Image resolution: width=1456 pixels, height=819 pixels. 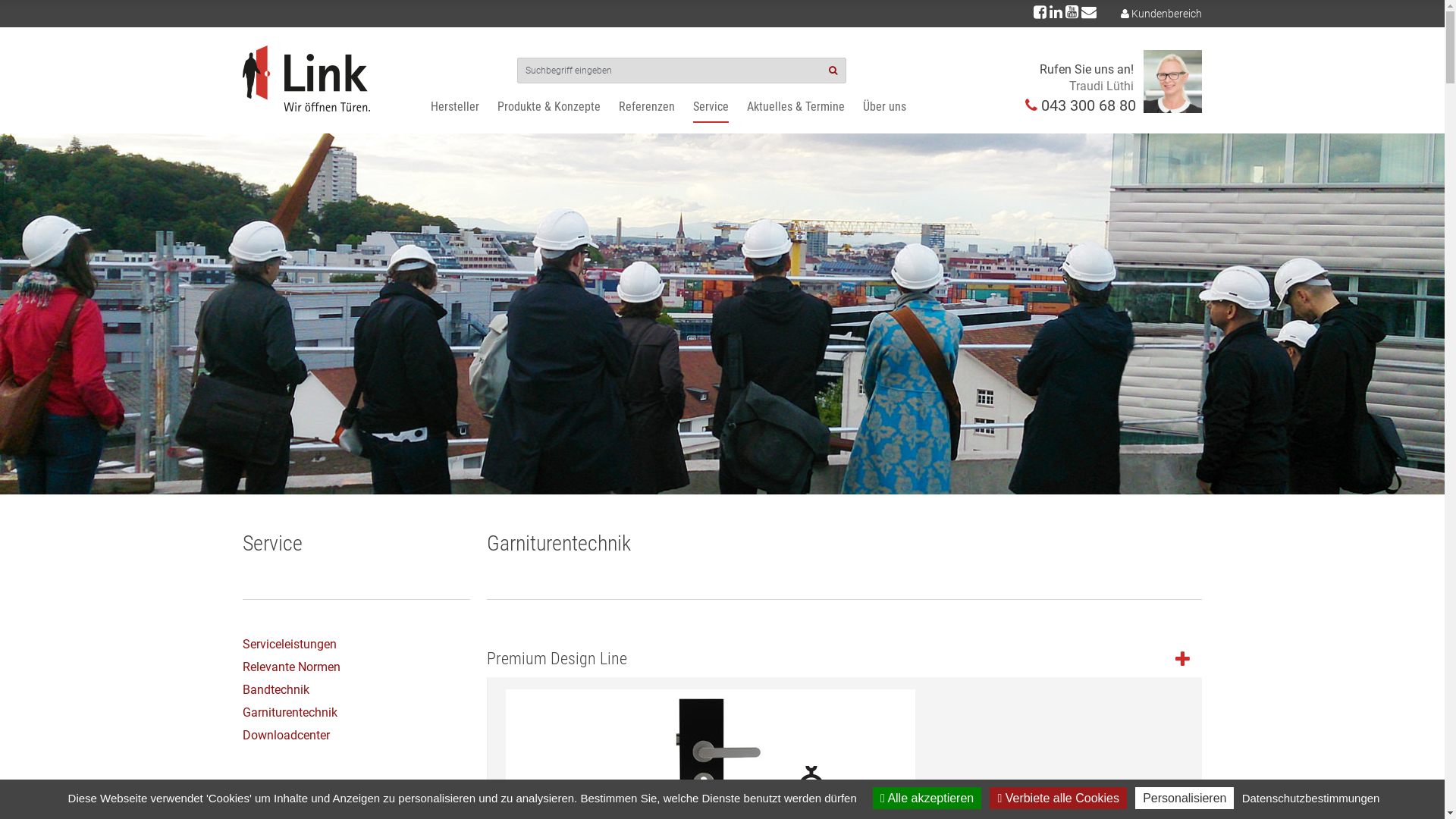 I want to click on 'Referenzen', so click(x=647, y=105).